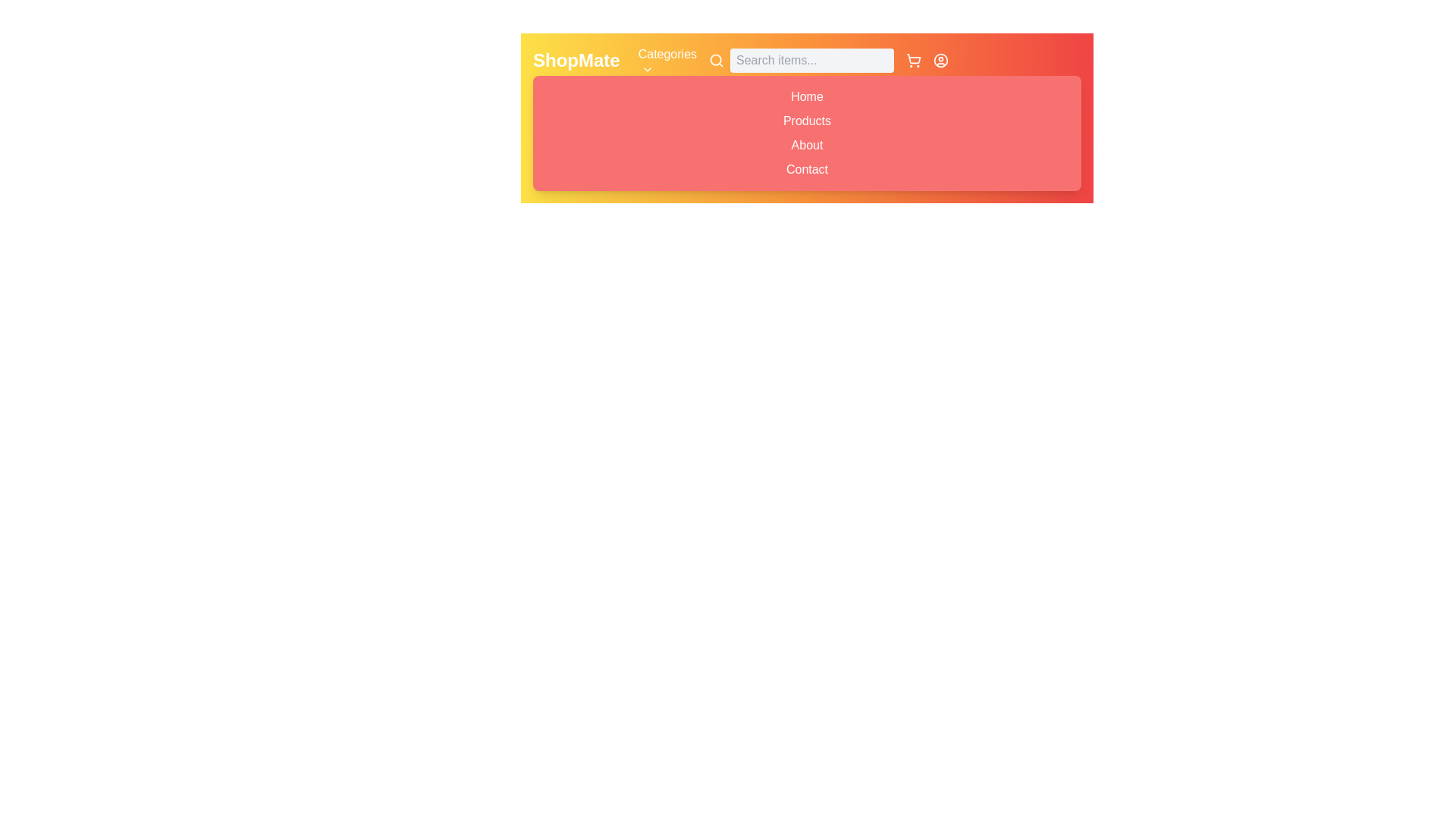 The width and height of the screenshot is (1456, 819). I want to click on the shopping cart icon outlined in white located in the top-right corner of the interface, so click(912, 60).